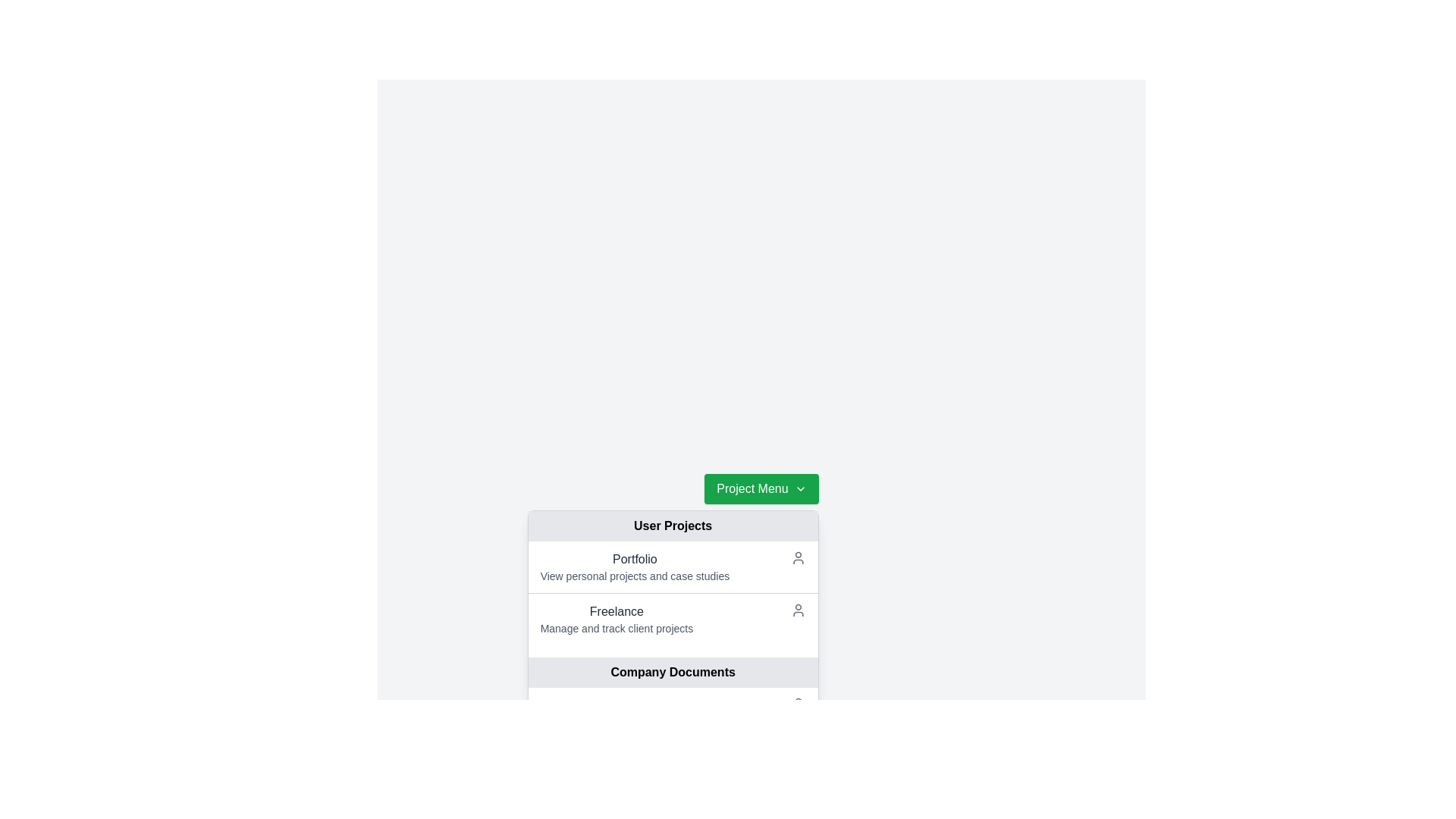 The image size is (1456, 819). What do you see at coordinates (672, 526) in the screenshot?
I see `the 'User Projects' text label, which is styled with a bold font and light gray background, positioned beneath the 'Project Menu' button` at bounding box center [672, 526].